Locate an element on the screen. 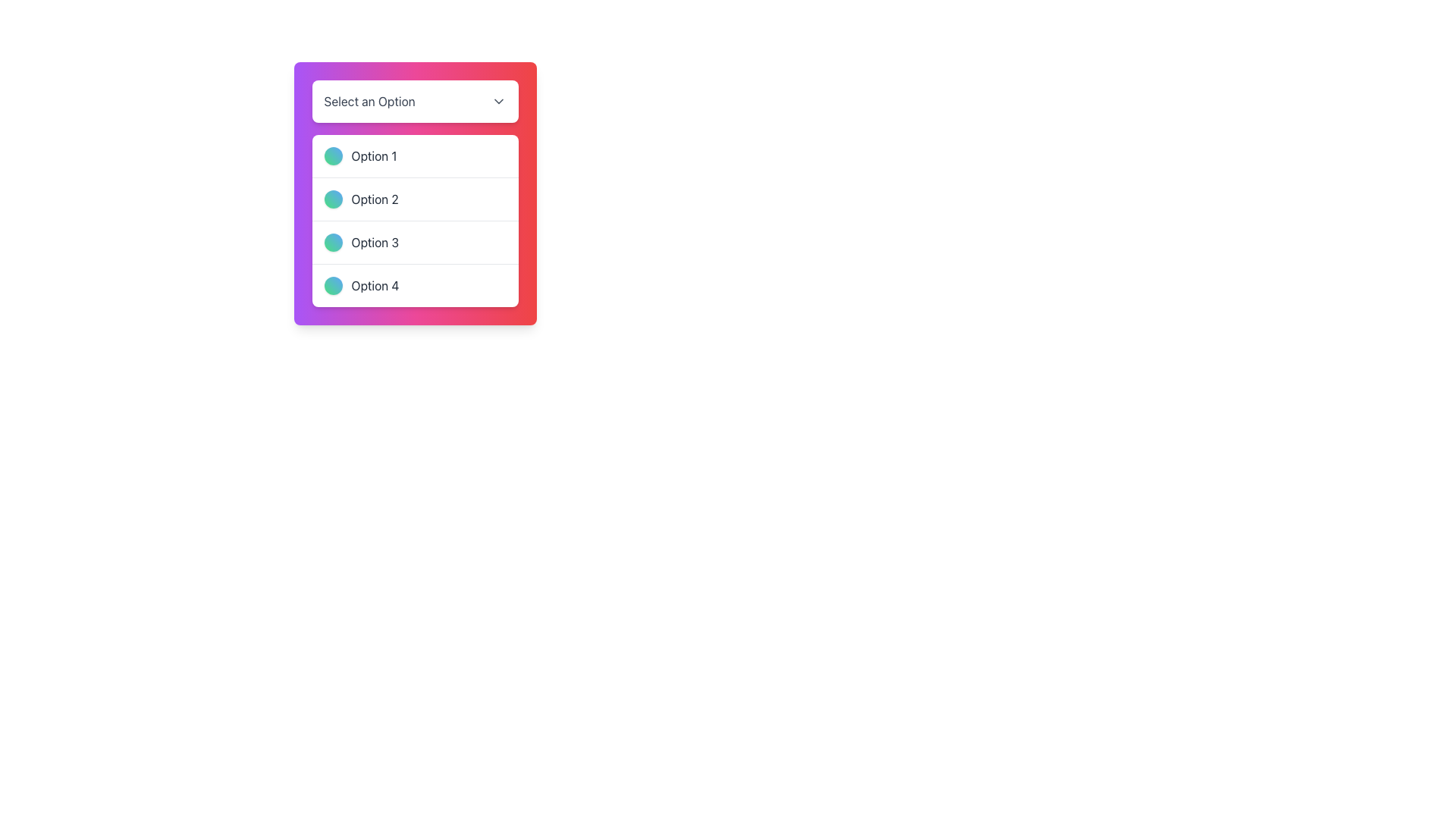  the Circular UI decoration that serves as a symbolic visual marker for the menu option 'Option 1', which is positioned on the left side of the text label is located at coordinates (332, 155).